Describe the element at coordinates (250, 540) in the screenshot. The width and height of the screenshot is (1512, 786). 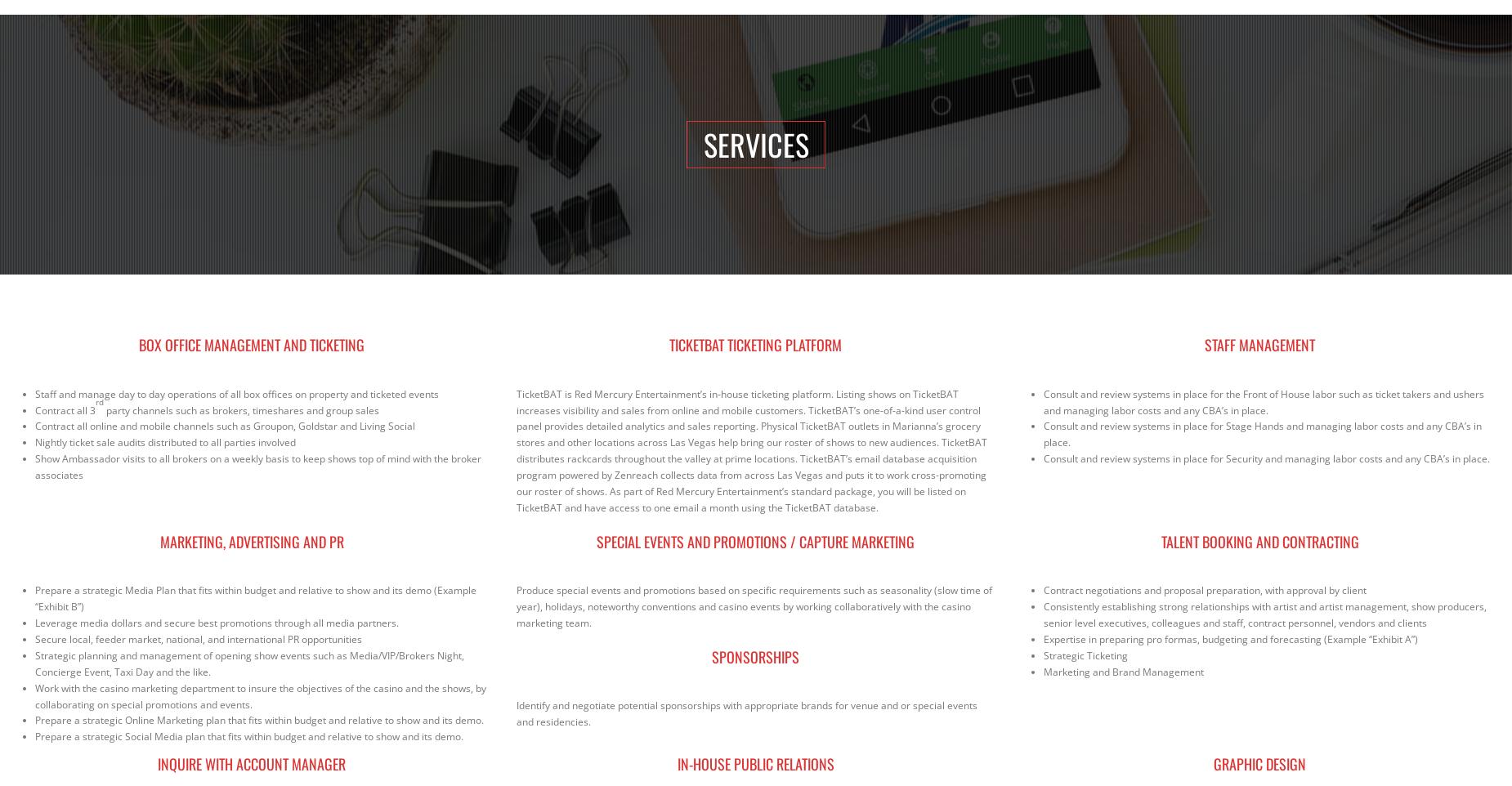
I see `'Marketing, Advertising and PR'` at that location.